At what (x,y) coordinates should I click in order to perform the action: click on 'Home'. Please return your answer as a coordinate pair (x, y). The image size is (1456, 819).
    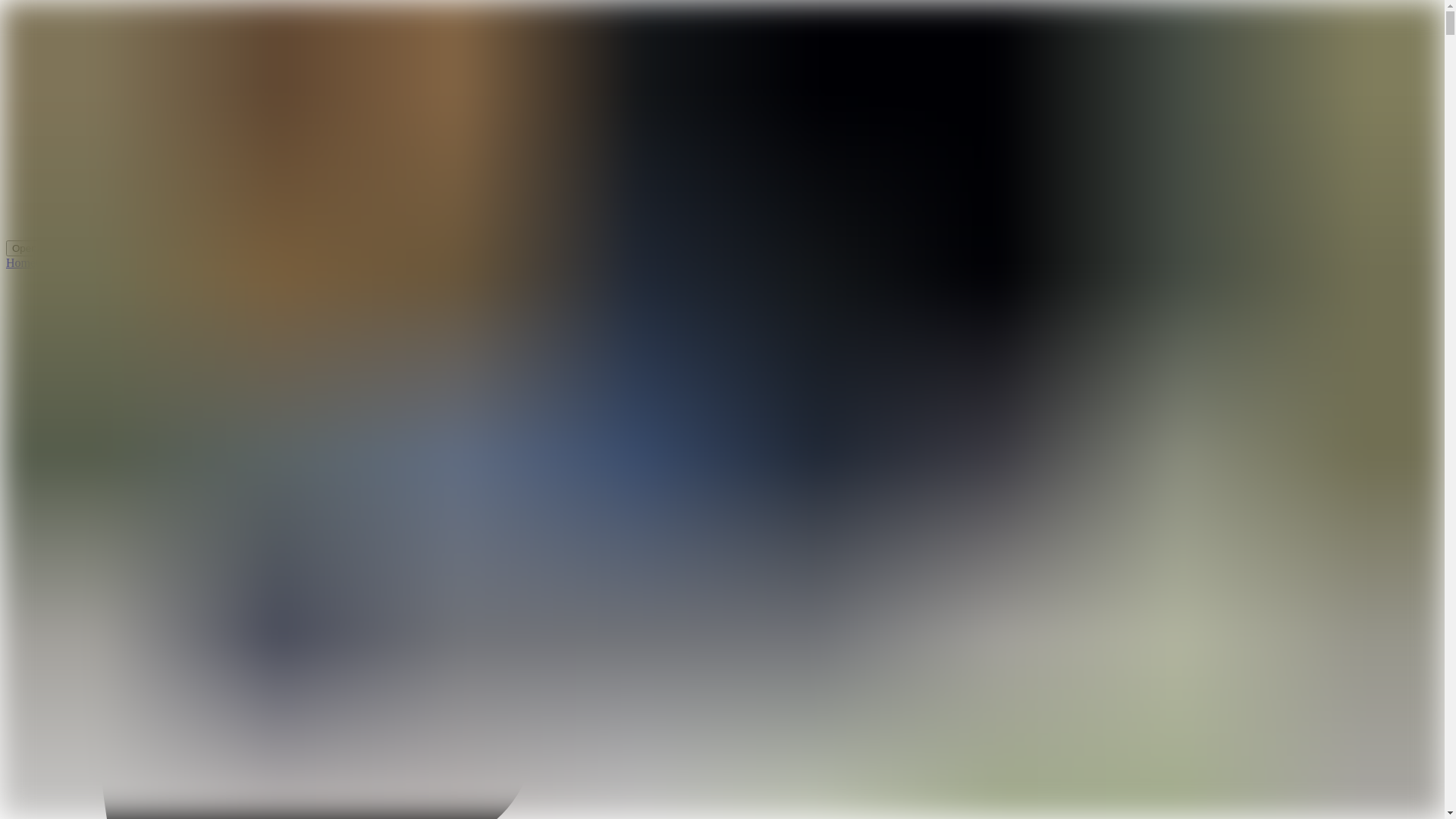
    Looking at the image, I should click on (20, 262).